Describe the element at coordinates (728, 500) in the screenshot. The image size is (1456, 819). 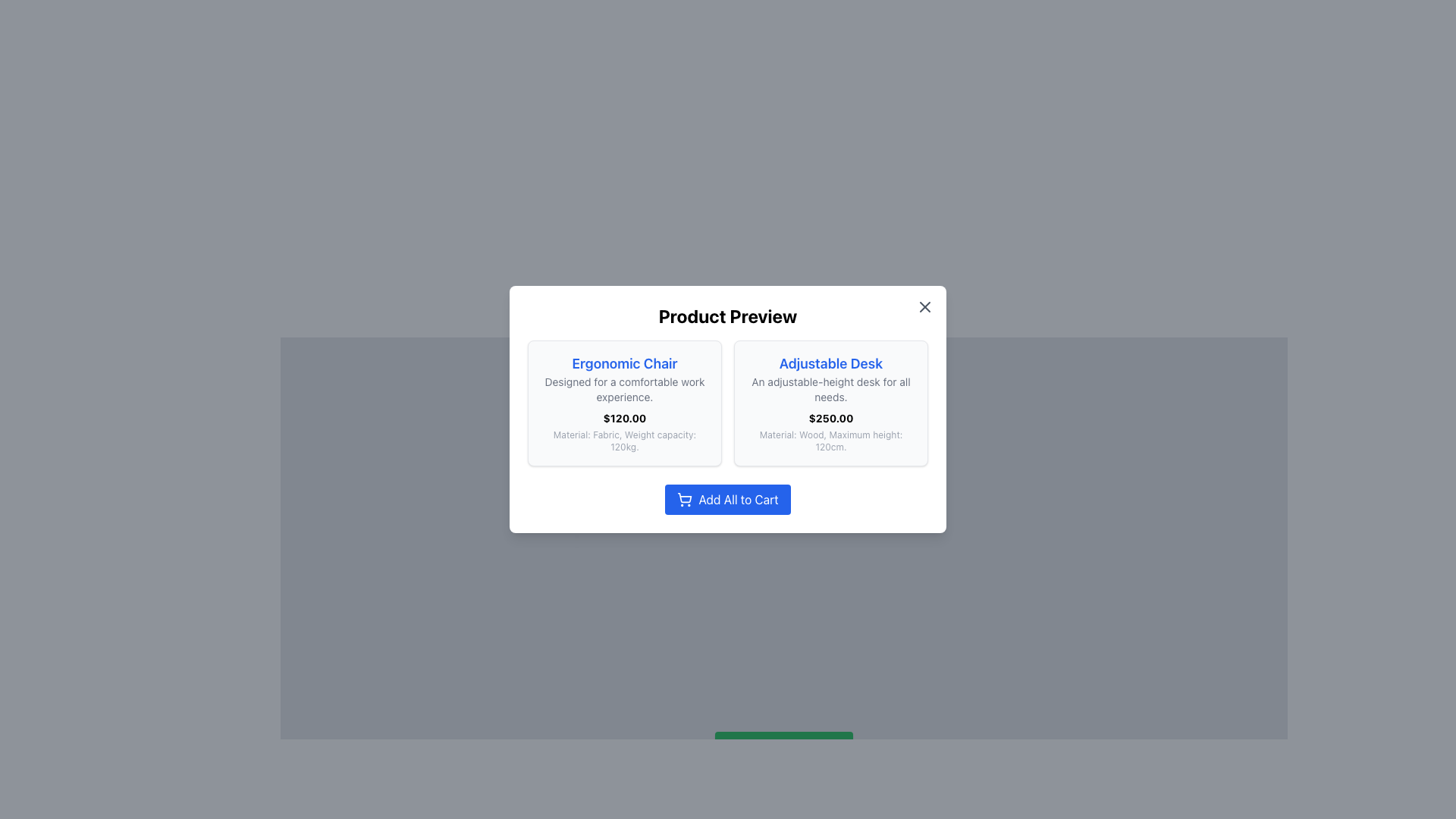
I see `the 'Add All to Cart' button with blue background and white text, located at the bottom of the panel, to change its background color` at that location.